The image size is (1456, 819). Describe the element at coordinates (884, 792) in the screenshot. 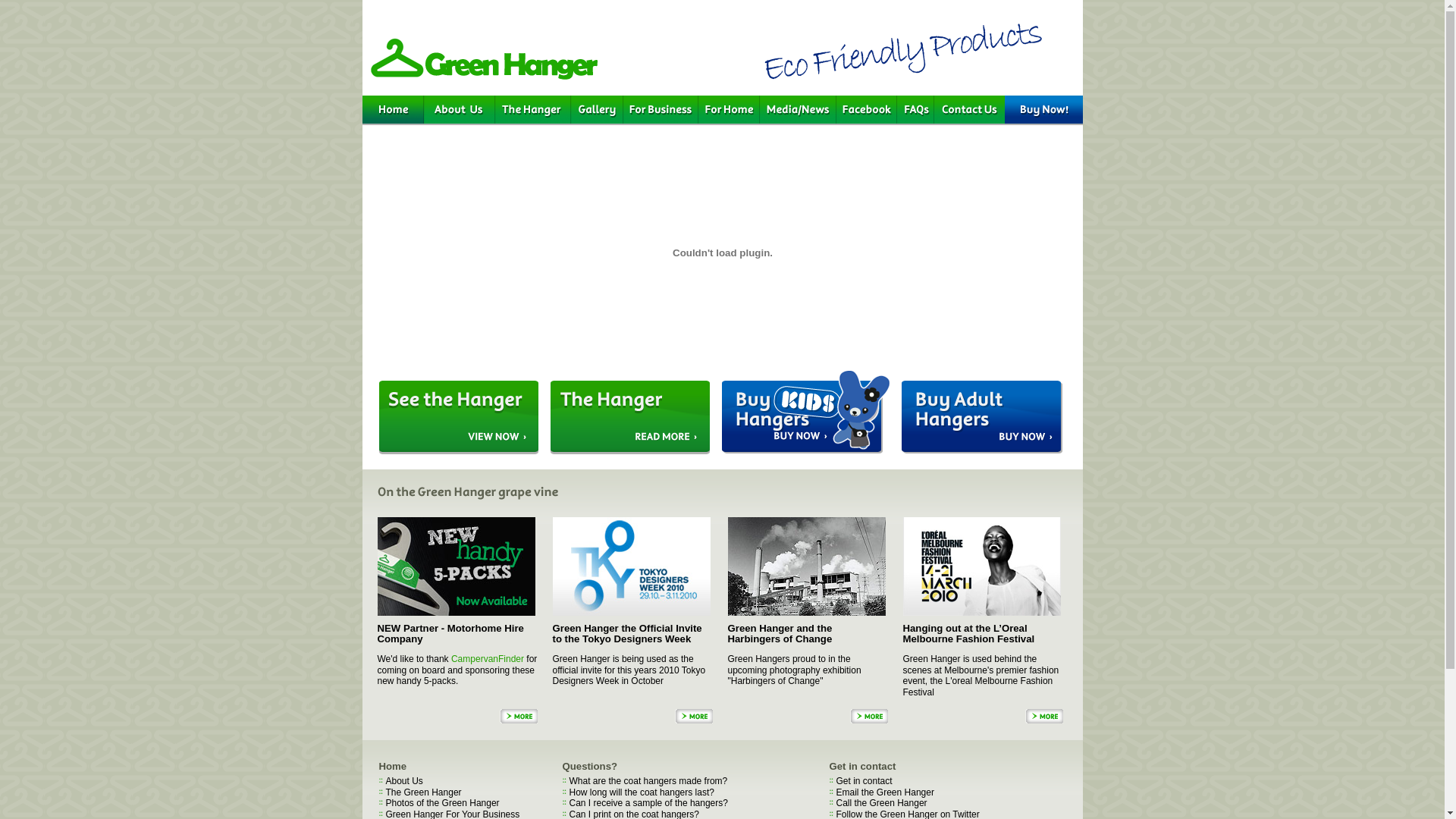

I see `'Email the Green Hanger'` at that location.